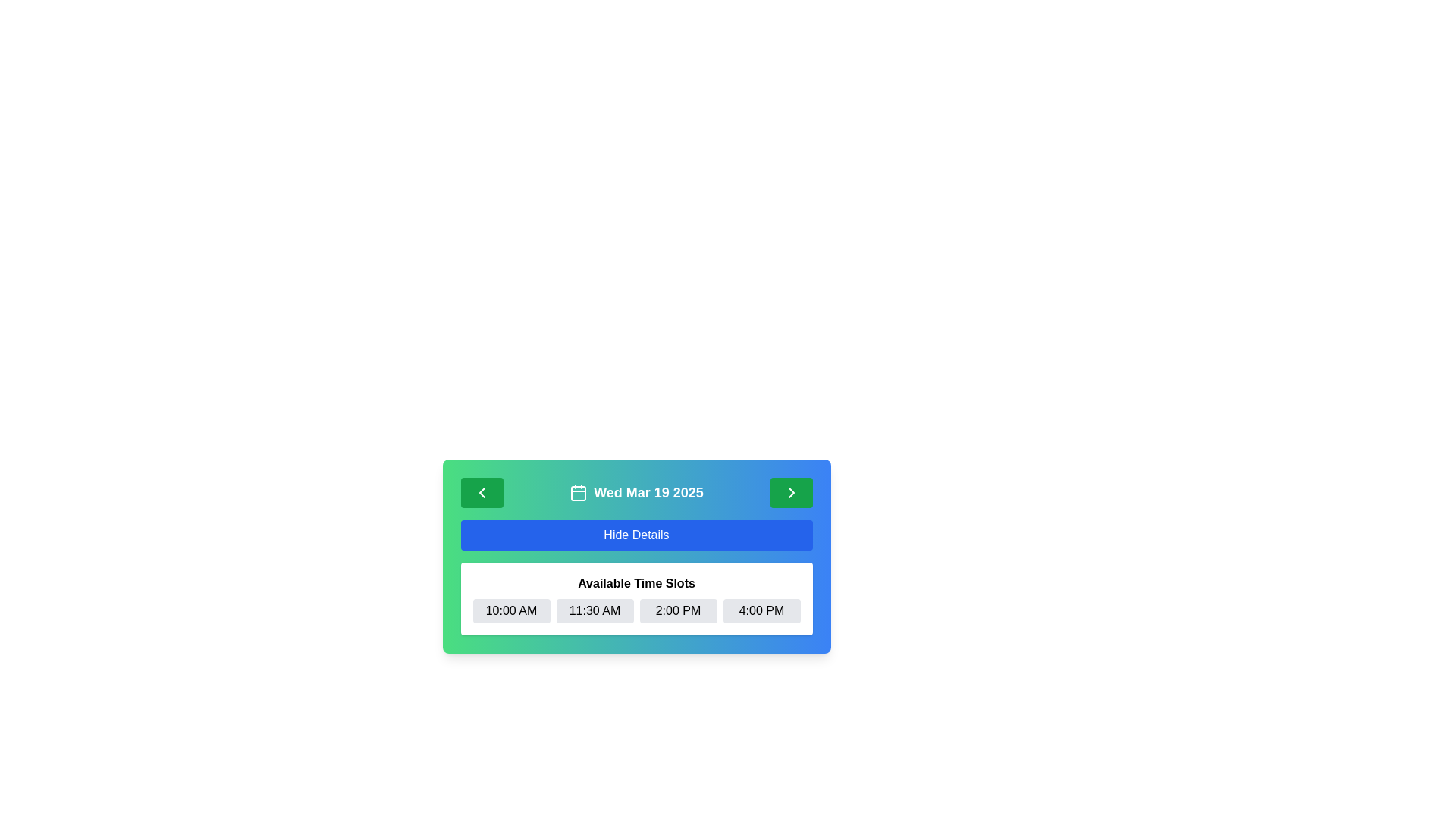 The width and height of the screenshot is (1456, 819). I want to click on the button located below the header displaying 'Wed Mar 19 2025' and above the section labeled 'Available Time Slots', so click(636, 534).